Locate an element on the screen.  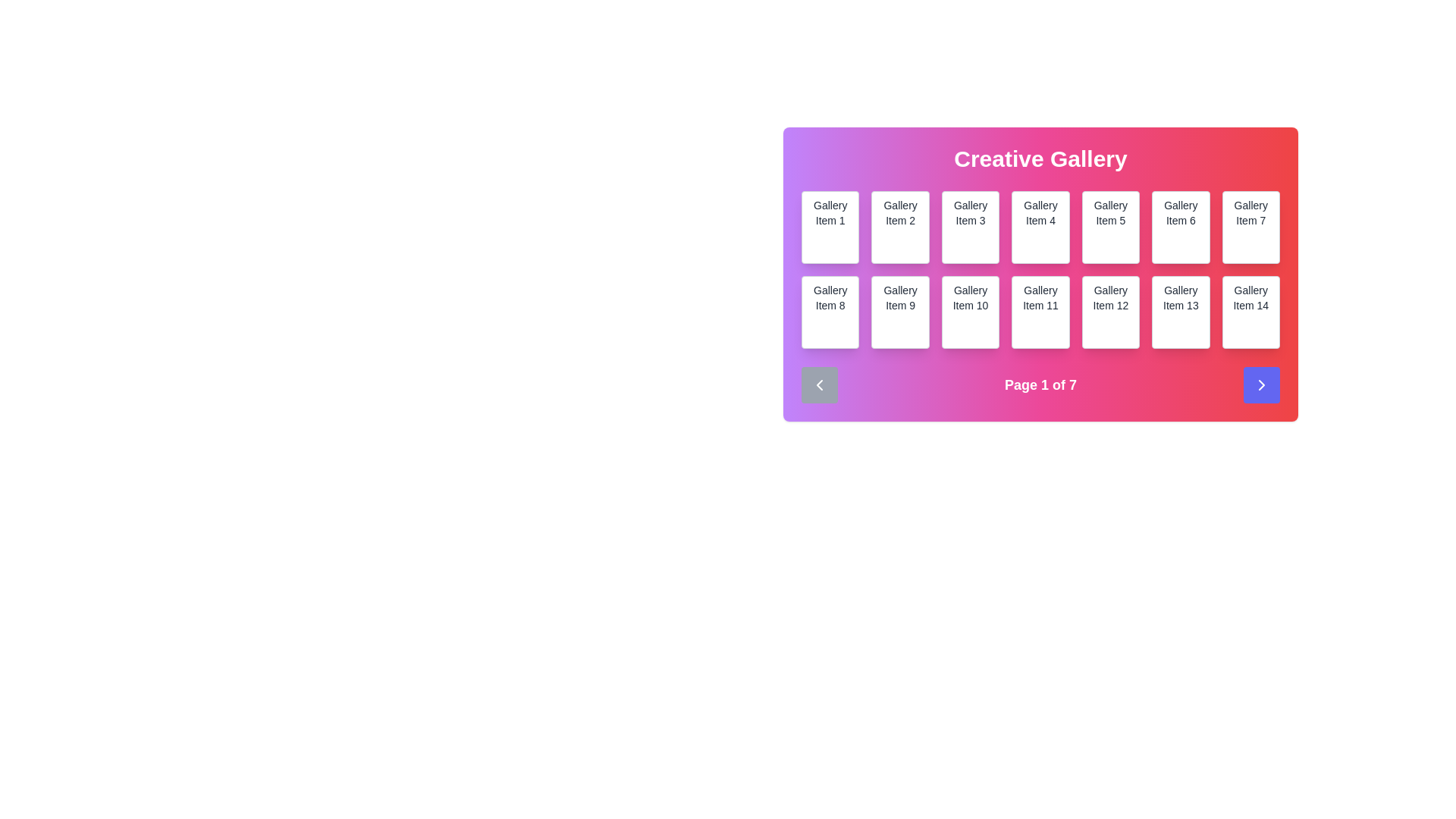
the 'Page 1 of 7' text display located at the bottom center of the Creative Gallery interface is located at coordinates (1040, 384).